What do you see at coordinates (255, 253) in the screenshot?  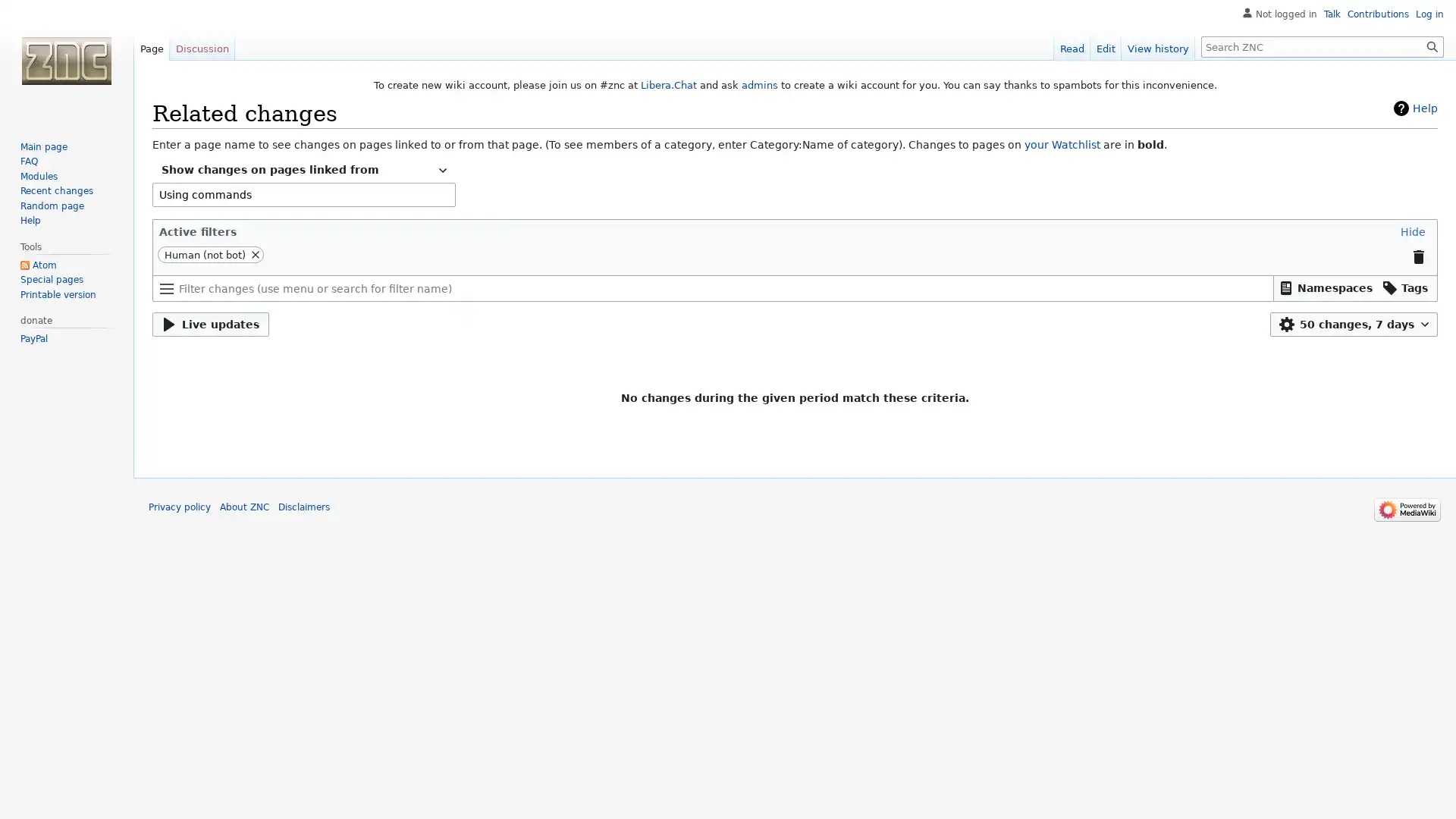 I see `Remove 'Human (not bot)'` at bounding box center [255, 253].